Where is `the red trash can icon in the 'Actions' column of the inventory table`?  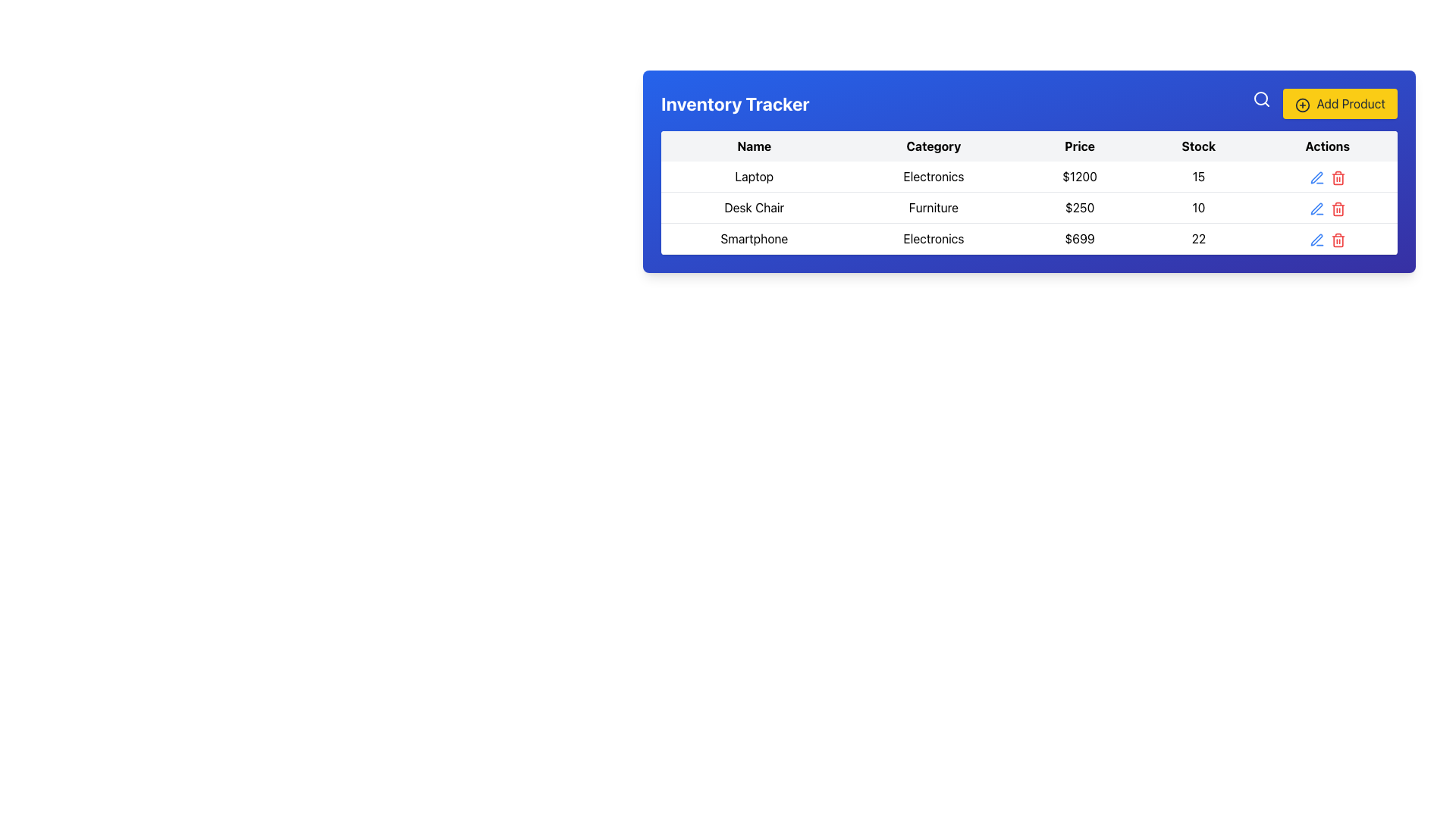
the red trash can icon in the 'Actions' column of the inventory table is located at coordinates (1338, 177).